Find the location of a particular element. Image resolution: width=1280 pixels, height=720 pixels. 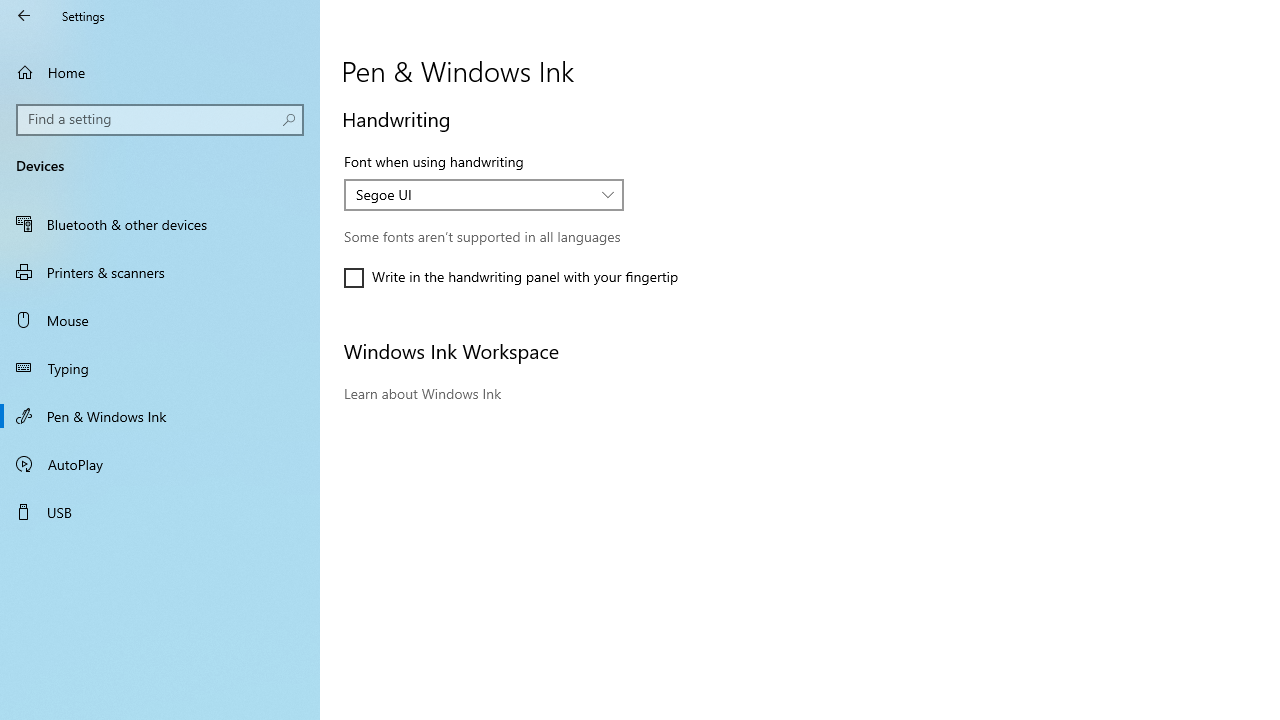

'Mouse' is located at coordinates (160, 319).